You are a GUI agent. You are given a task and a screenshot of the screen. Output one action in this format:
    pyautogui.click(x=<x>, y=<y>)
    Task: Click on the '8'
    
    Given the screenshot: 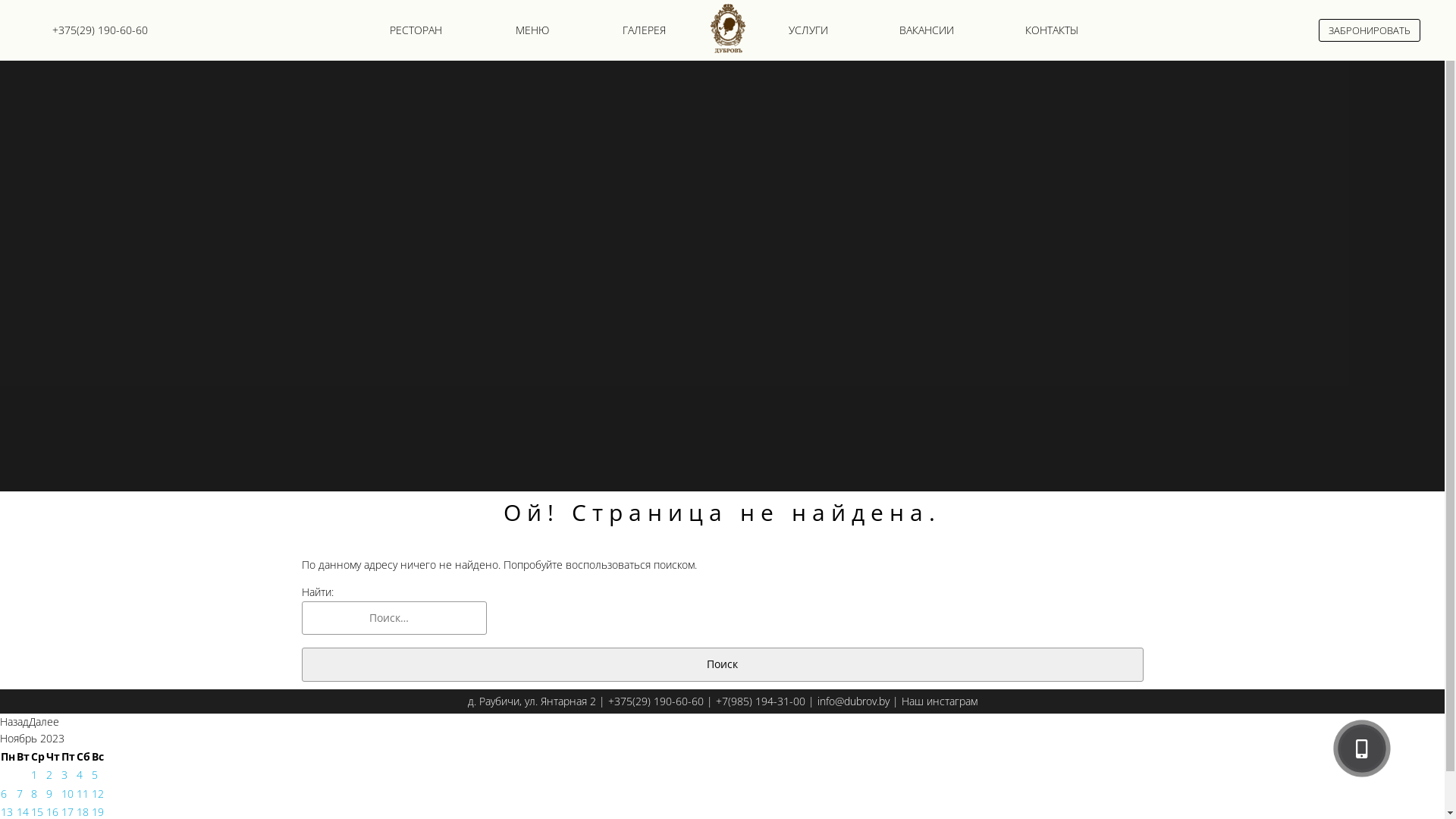 What is the action you would take?
    pyautogui.click(x=33, y=792)
    